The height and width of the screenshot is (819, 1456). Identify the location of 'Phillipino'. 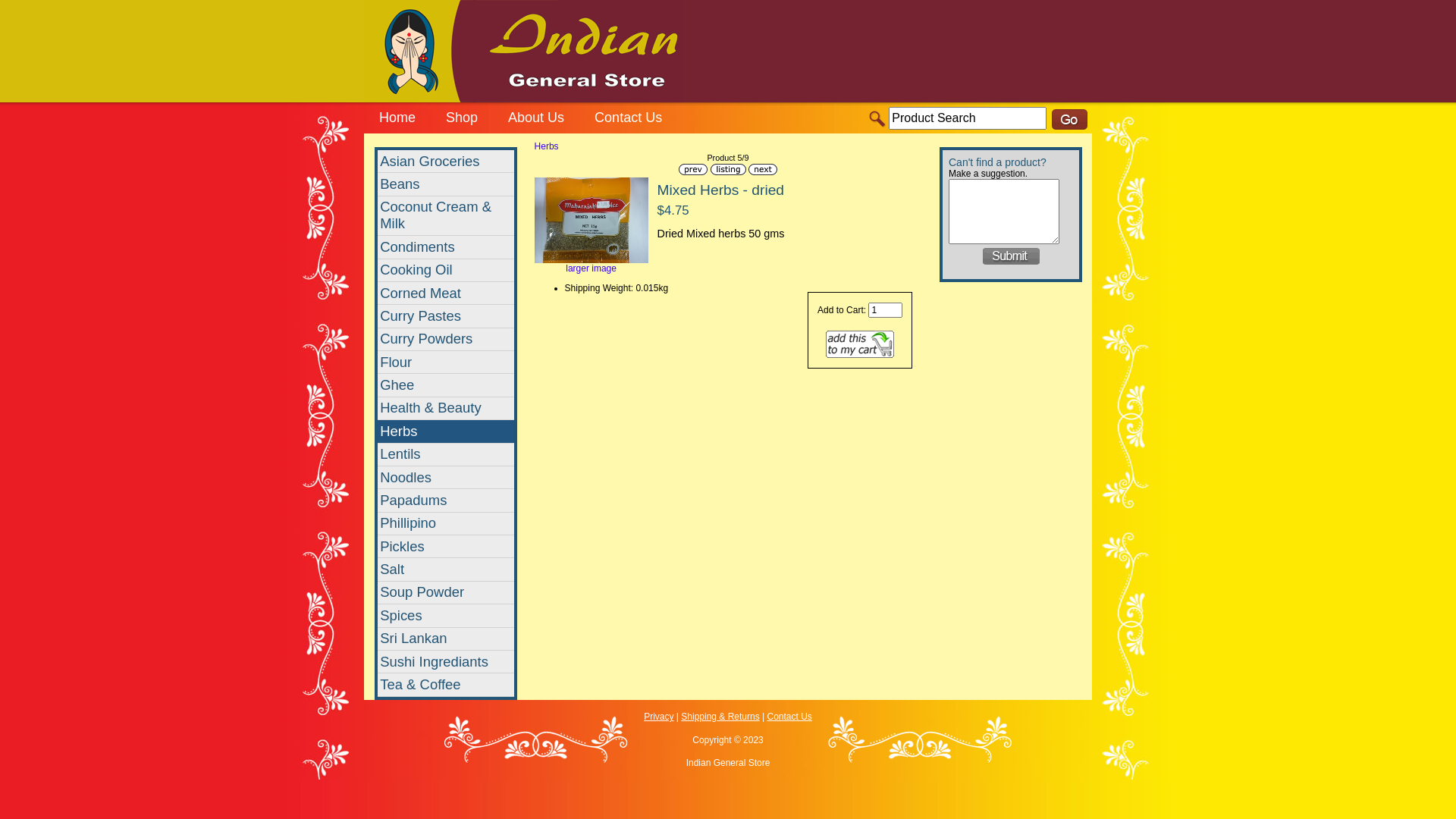
(445, 522).